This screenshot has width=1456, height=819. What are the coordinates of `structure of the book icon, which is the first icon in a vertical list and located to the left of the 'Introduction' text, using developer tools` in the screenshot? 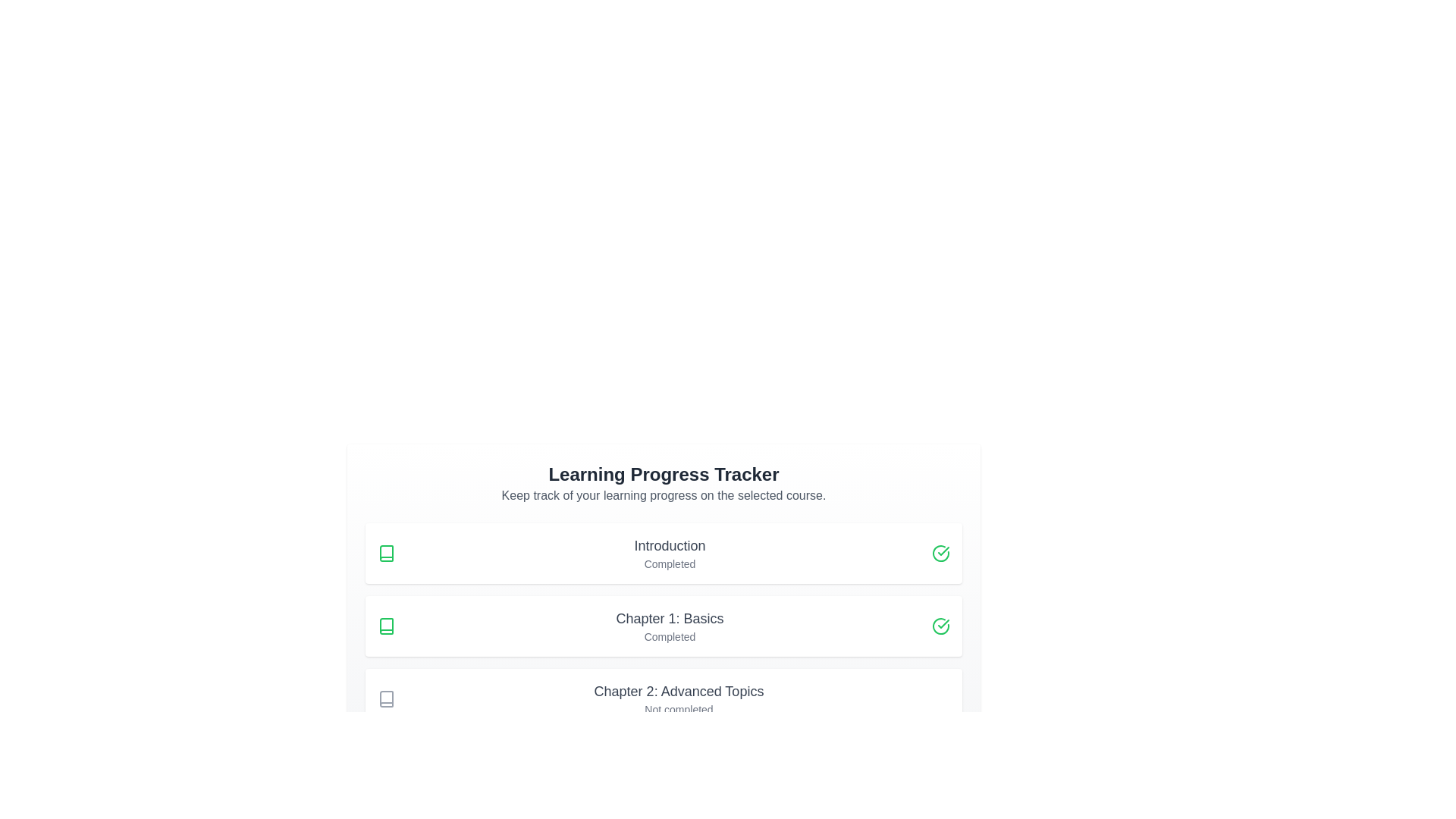 It's located at (386, 553).